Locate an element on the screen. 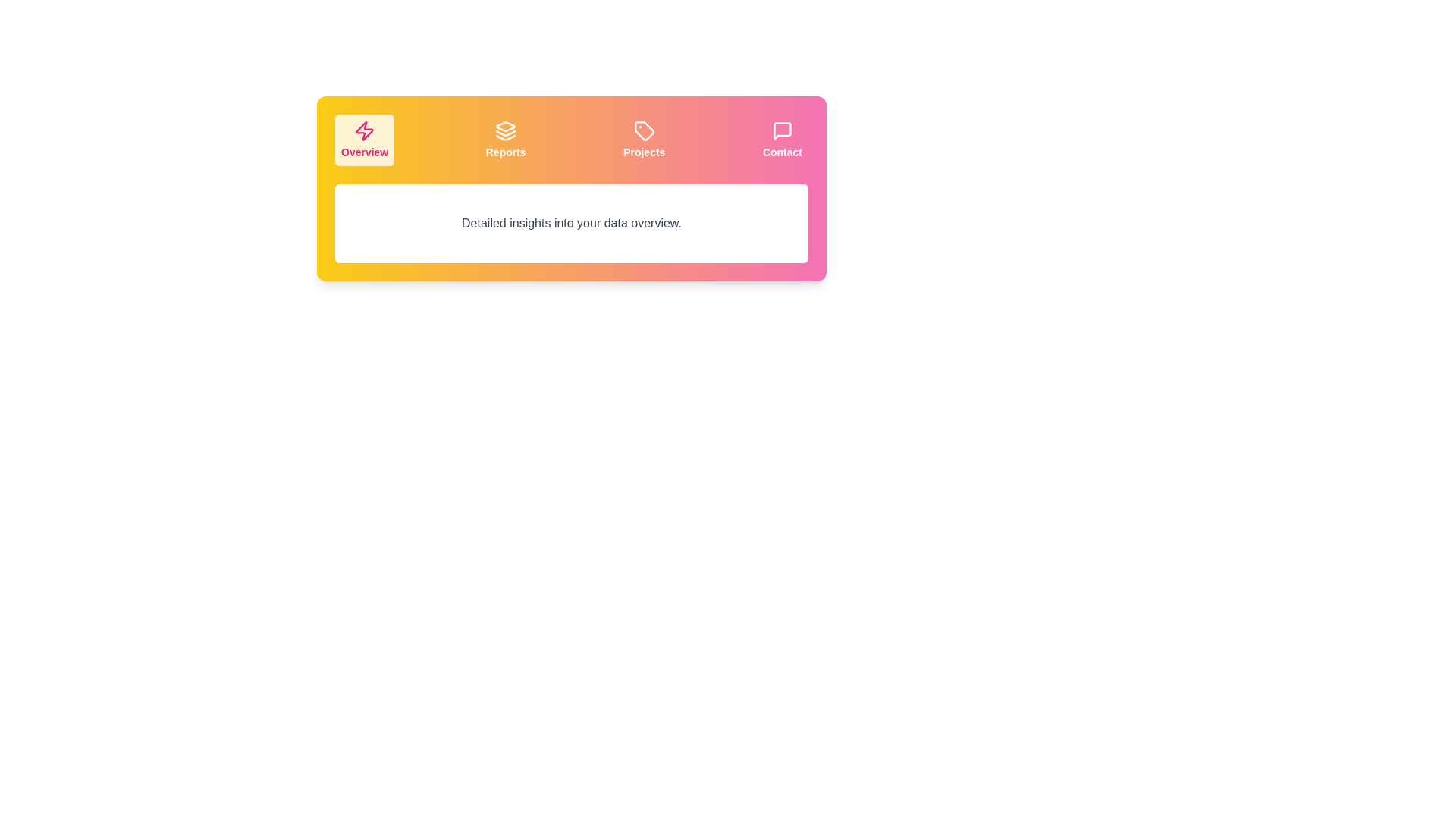 Image resolution: width=1456 pixels, height=819 pixels. the 'Projects' icon in the navigation bar, which serves as a visual identifier for the 'Projects' section of the application is located at coordinates (644, 130).